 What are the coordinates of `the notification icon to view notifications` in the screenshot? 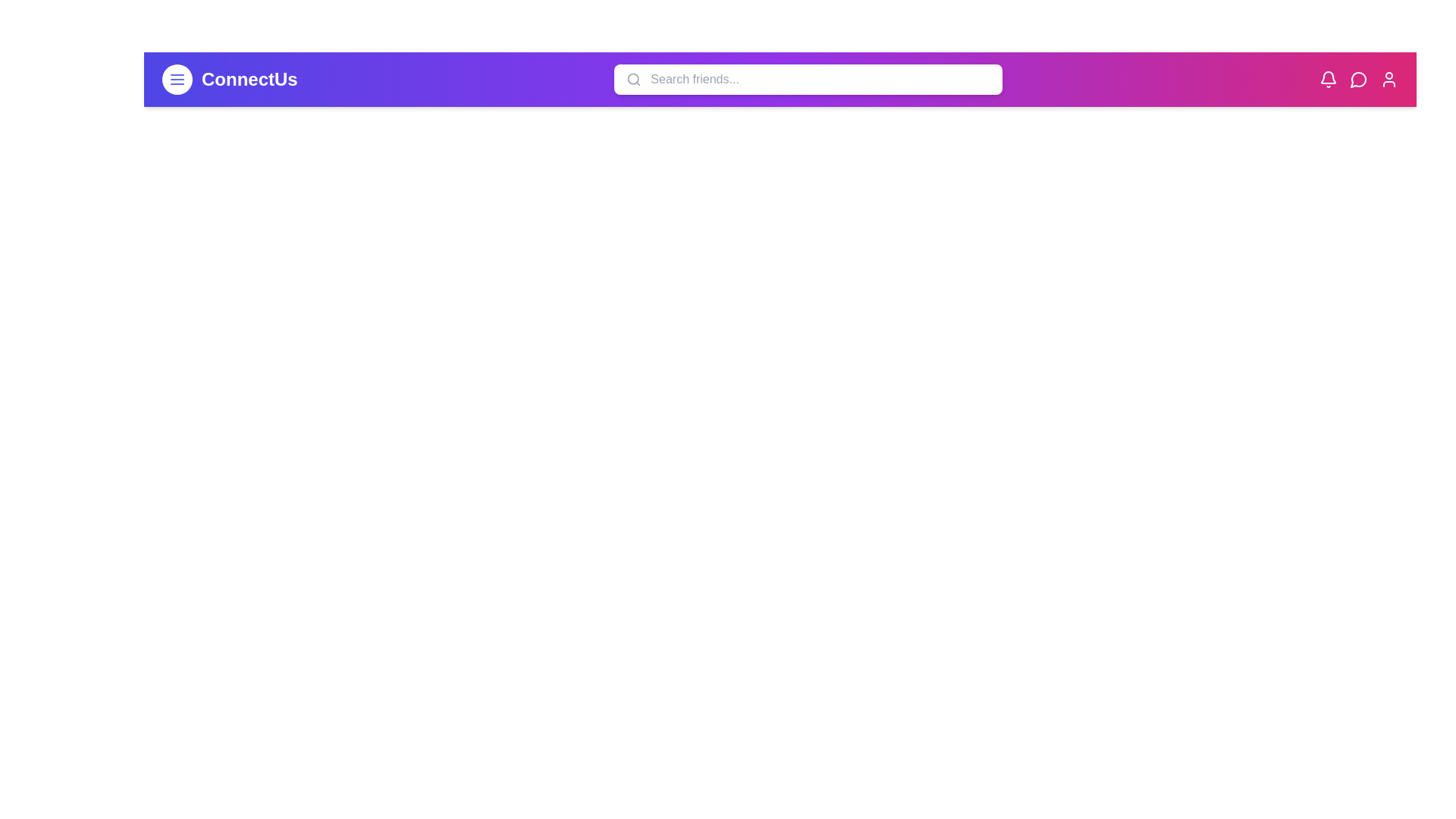 It's located at (1328, 79).